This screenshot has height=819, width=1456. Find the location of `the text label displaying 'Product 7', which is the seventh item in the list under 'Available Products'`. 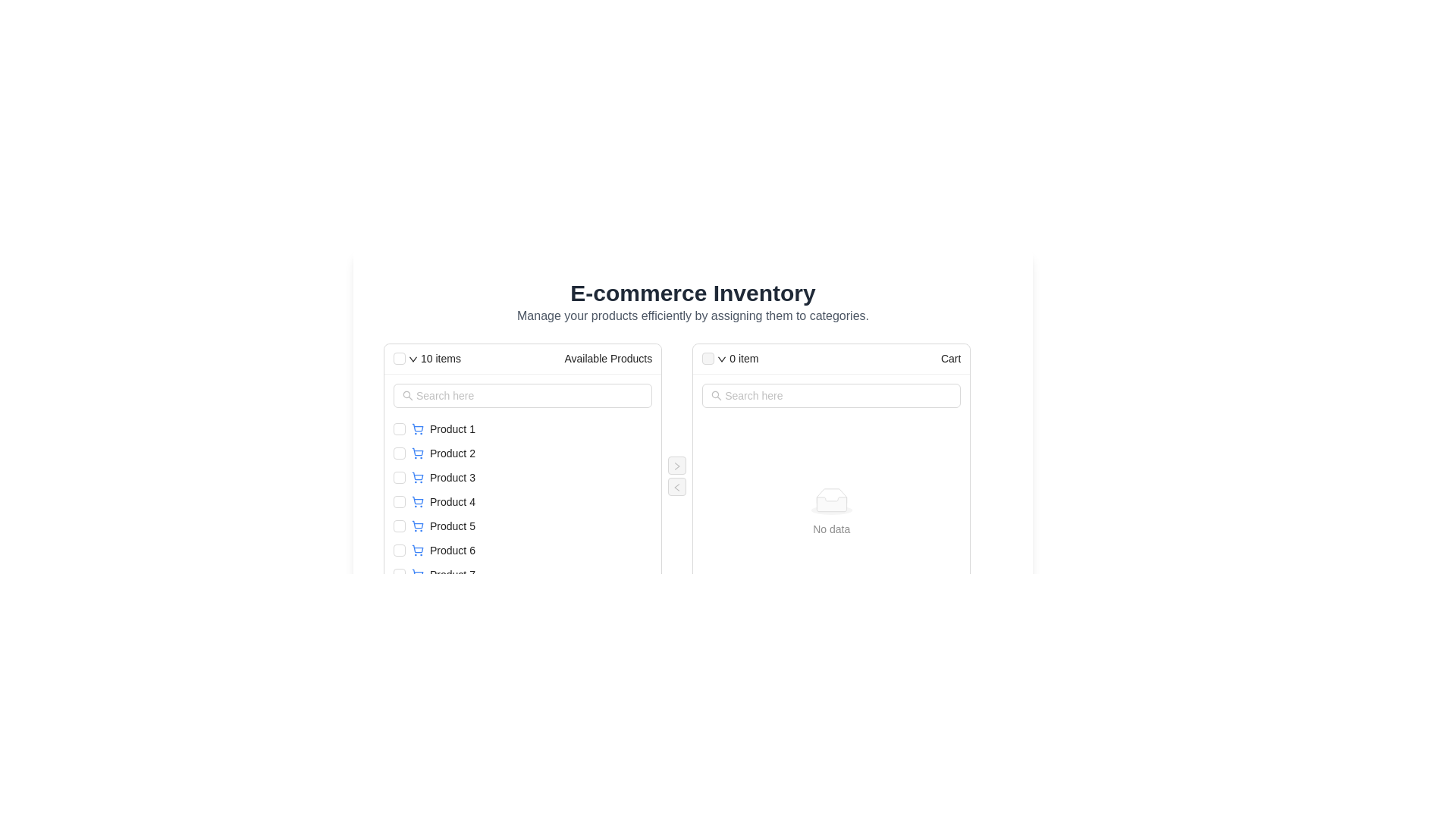

the text label displaying 'Product 7', which is the seventh item in the list under 'Available Products' is located at coordinates (451, 575).